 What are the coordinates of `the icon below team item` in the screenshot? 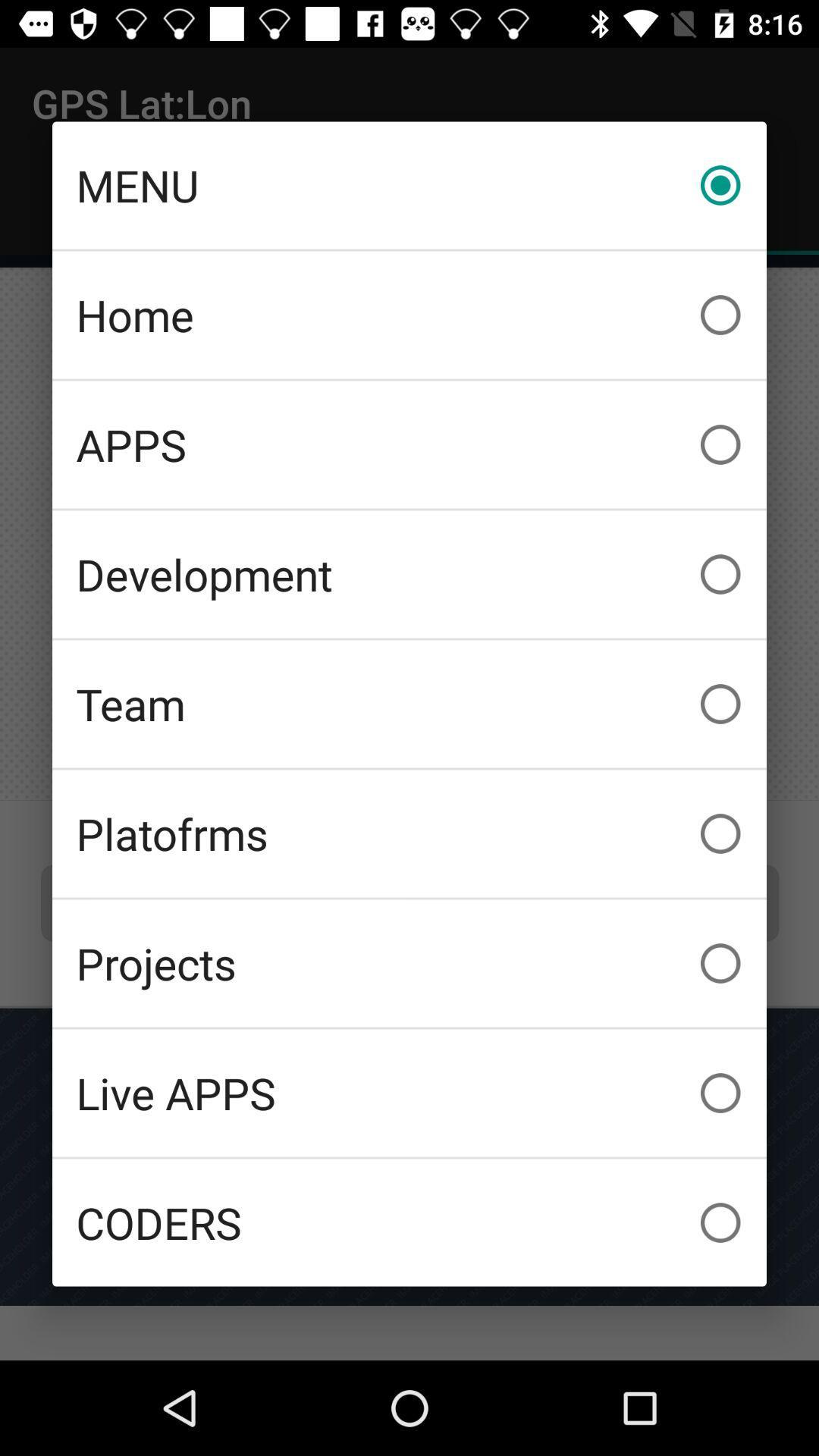 It's located at (409, 833).